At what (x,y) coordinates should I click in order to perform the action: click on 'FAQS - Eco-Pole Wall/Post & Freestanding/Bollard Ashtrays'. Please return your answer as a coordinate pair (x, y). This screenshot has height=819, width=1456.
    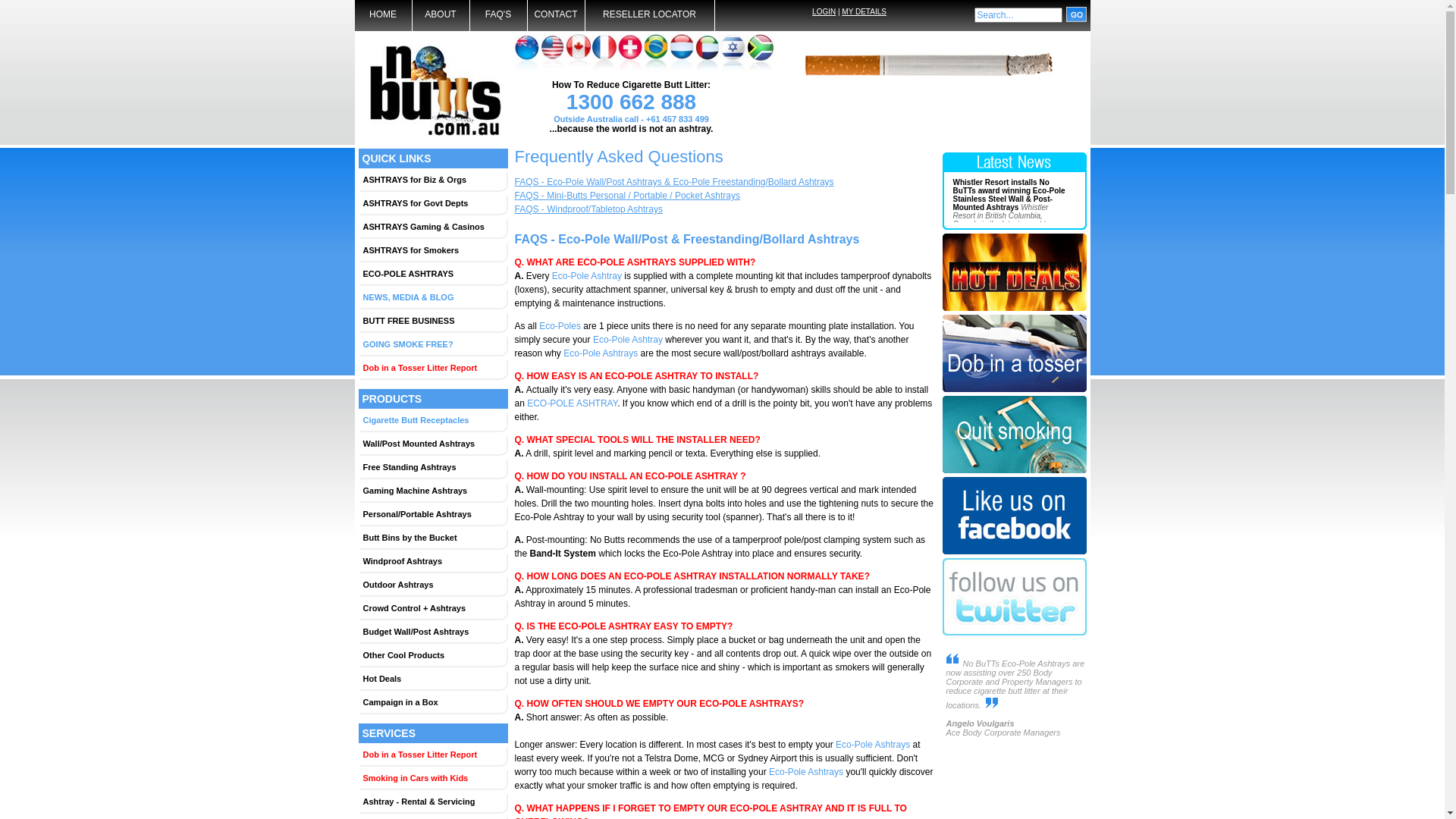
    Looking at the image, I should click on (686, 239).